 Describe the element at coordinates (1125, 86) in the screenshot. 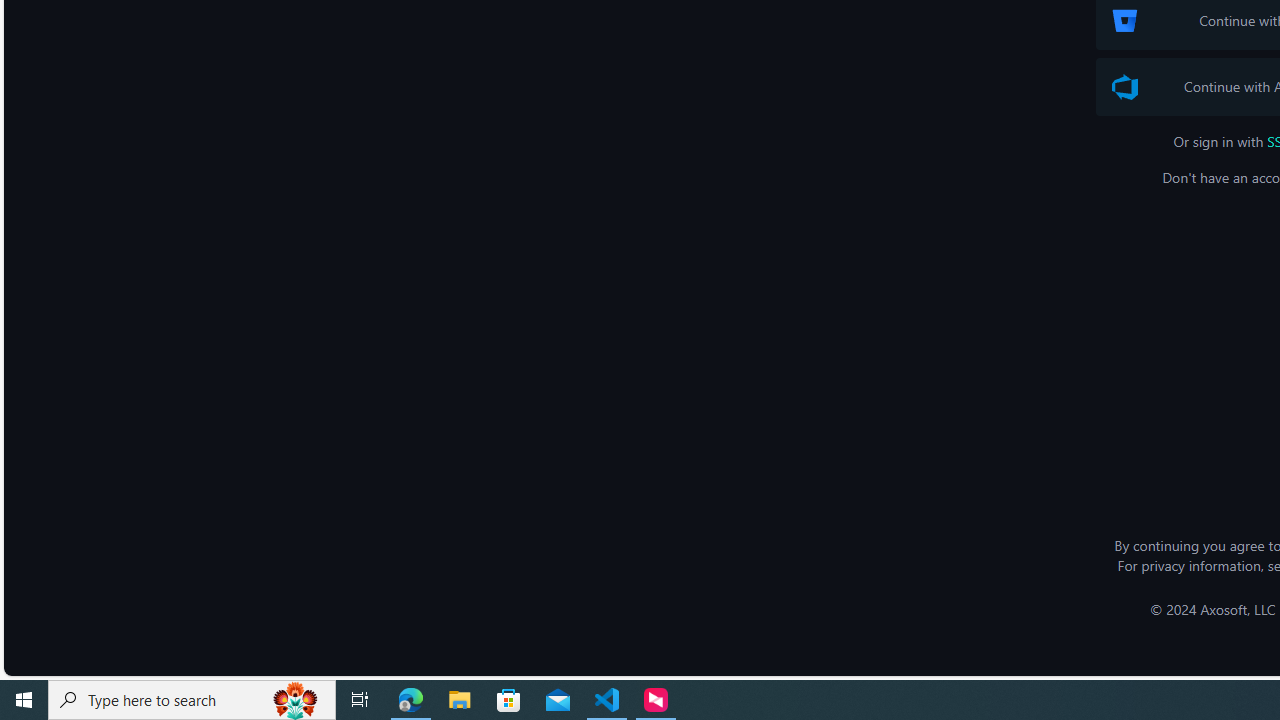

I see `'Azure DevOps Logo'` at that location.